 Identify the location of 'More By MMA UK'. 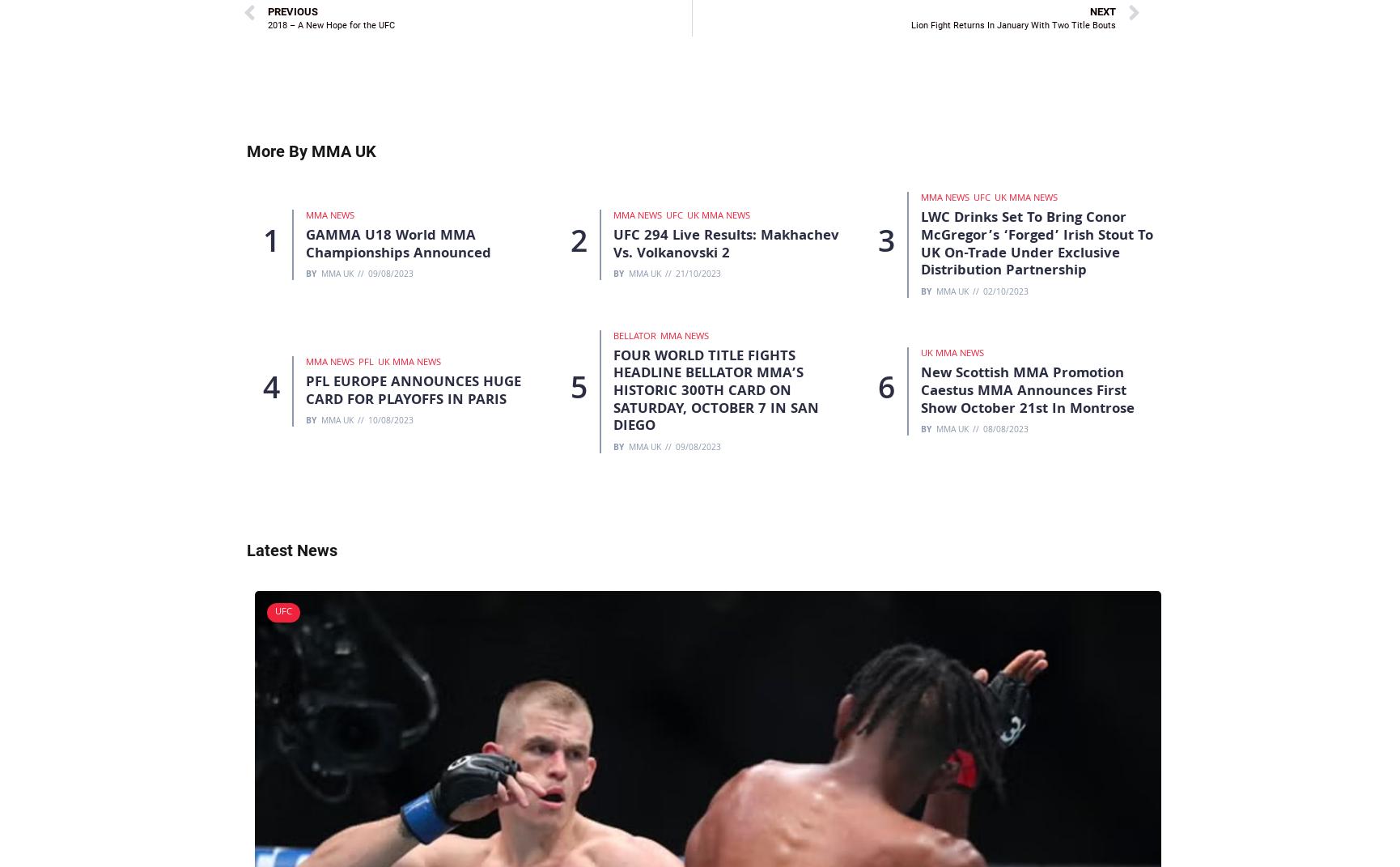
(311, 150).